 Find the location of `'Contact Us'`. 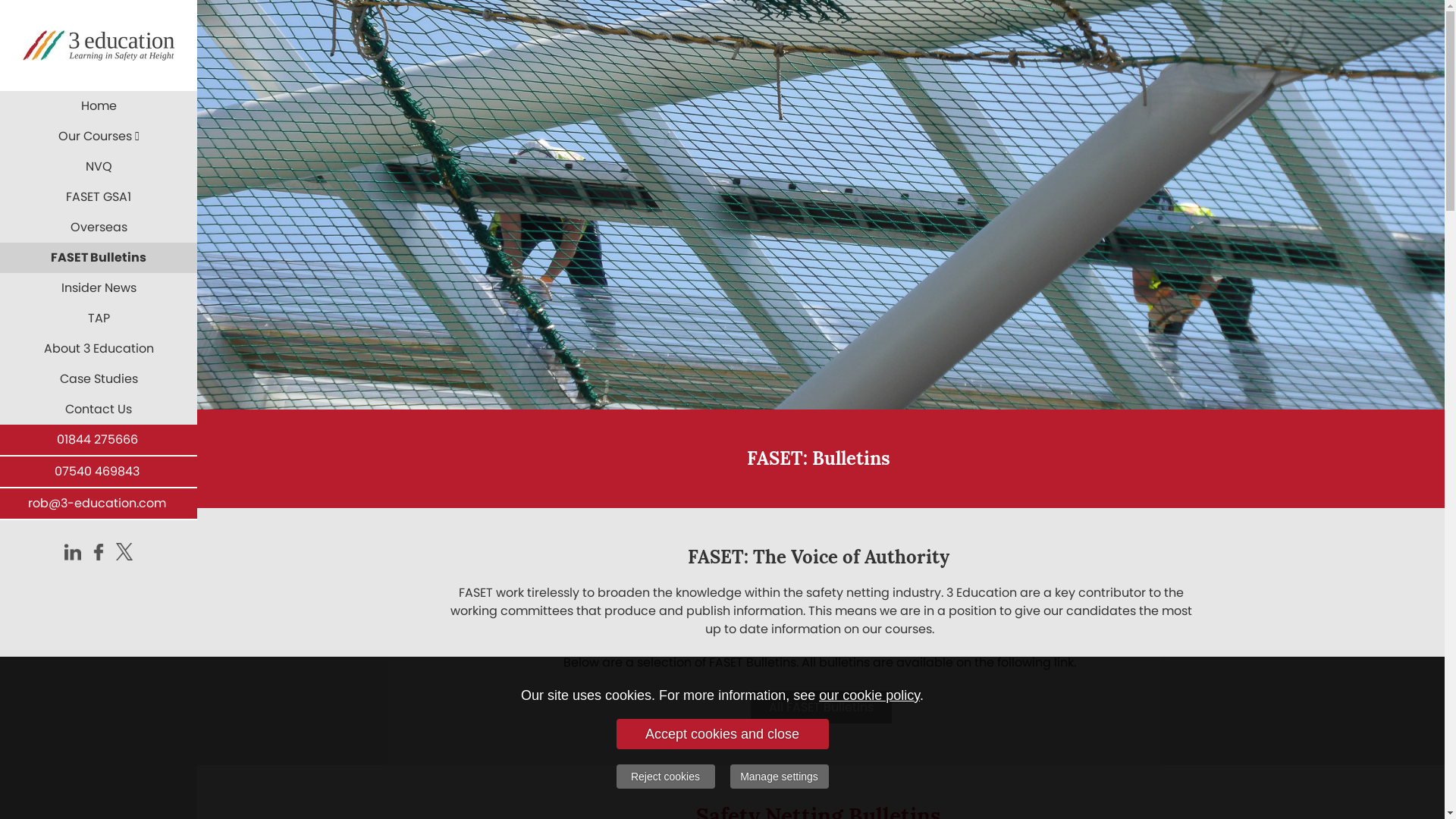

'Contact Us' is located at coordinates (97, 409).